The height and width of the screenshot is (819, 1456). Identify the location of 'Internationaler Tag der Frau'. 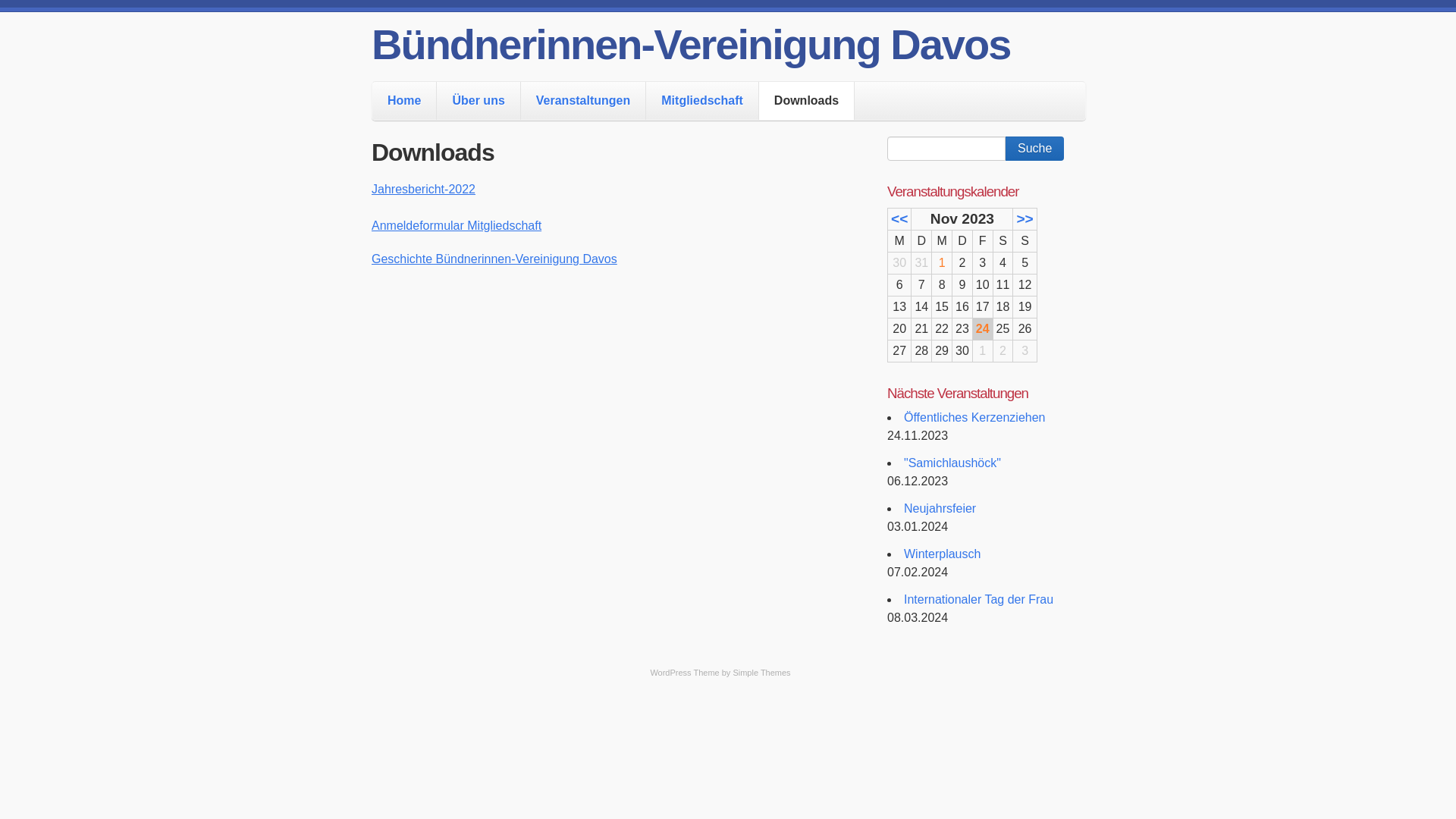
(978, 598).